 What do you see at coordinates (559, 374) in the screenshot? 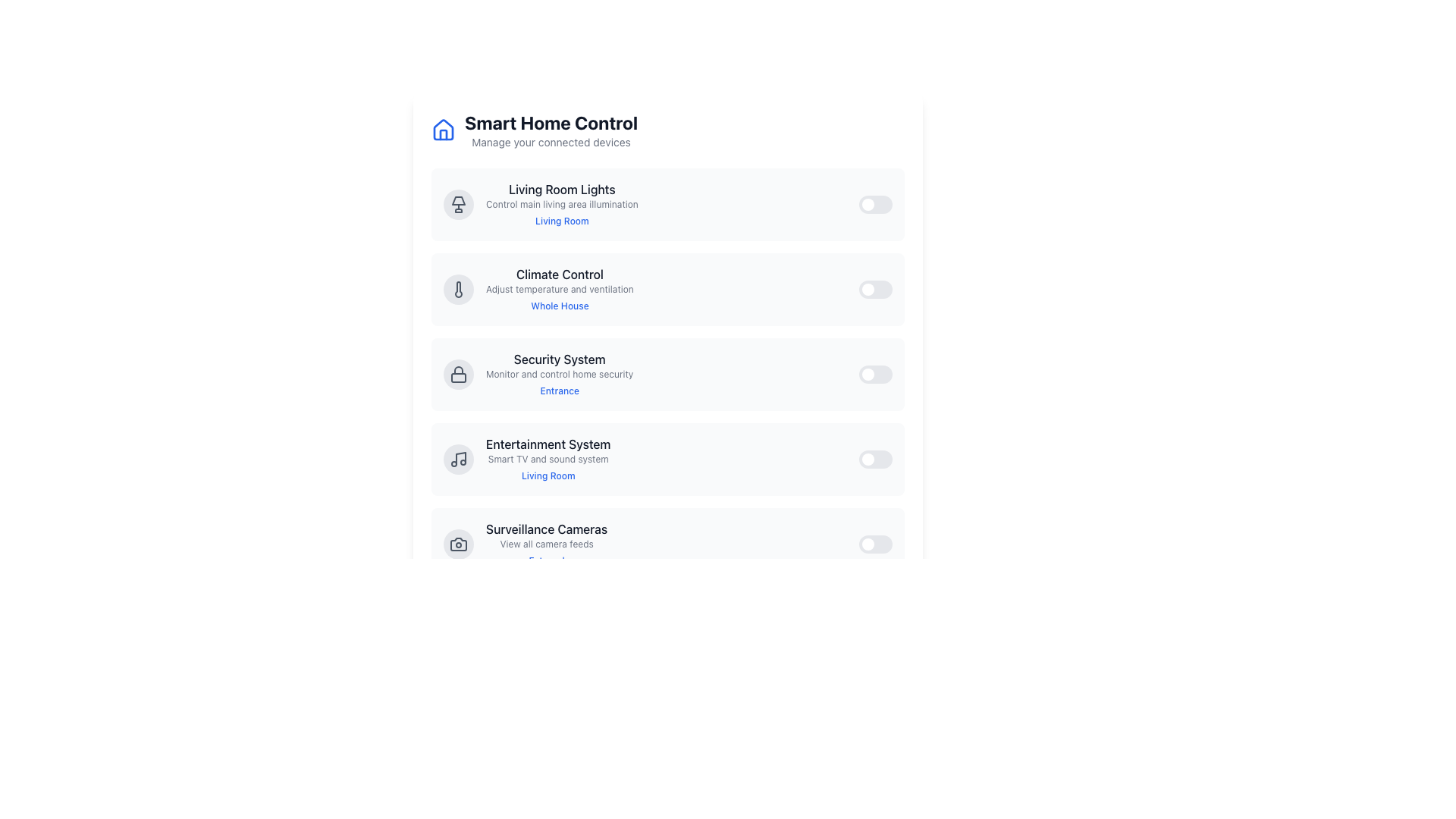
I see `the descriptive text label that provides information about the 'Security System' feature, which is located below the 'Security System' header and above the 'Entrance' text link` at bounding box center [559, 374].